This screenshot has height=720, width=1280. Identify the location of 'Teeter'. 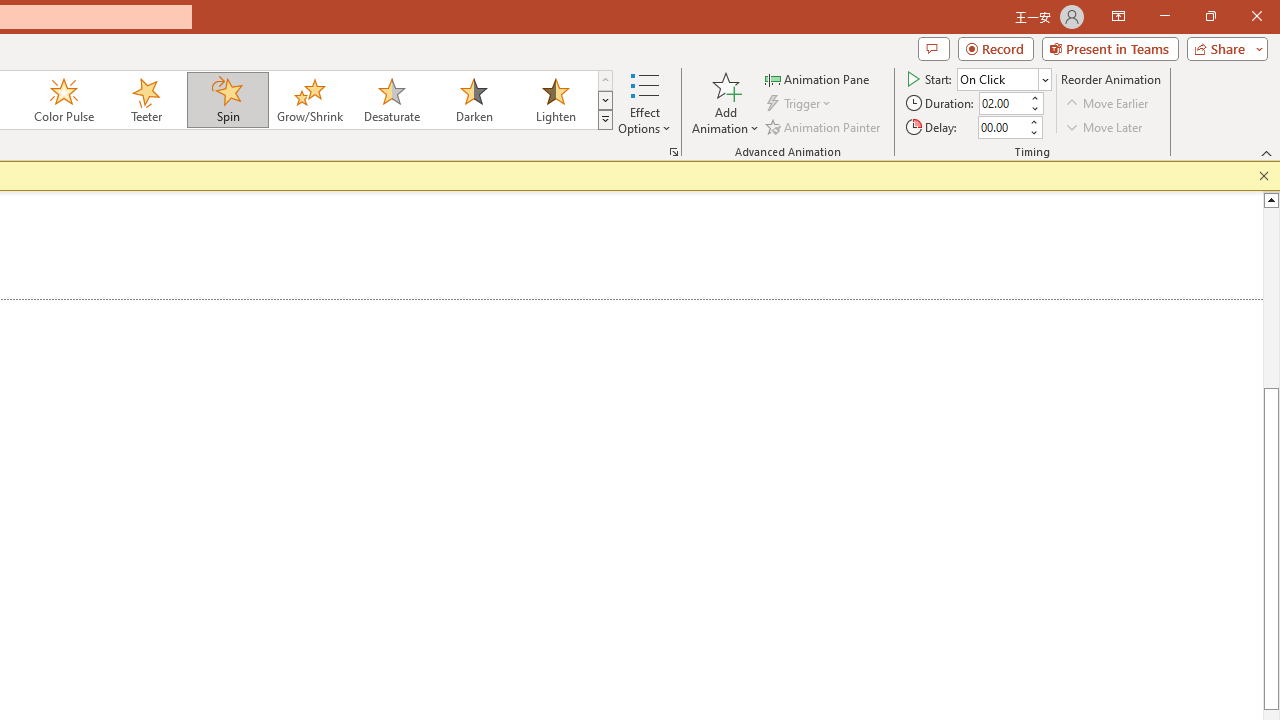
(144, 100).